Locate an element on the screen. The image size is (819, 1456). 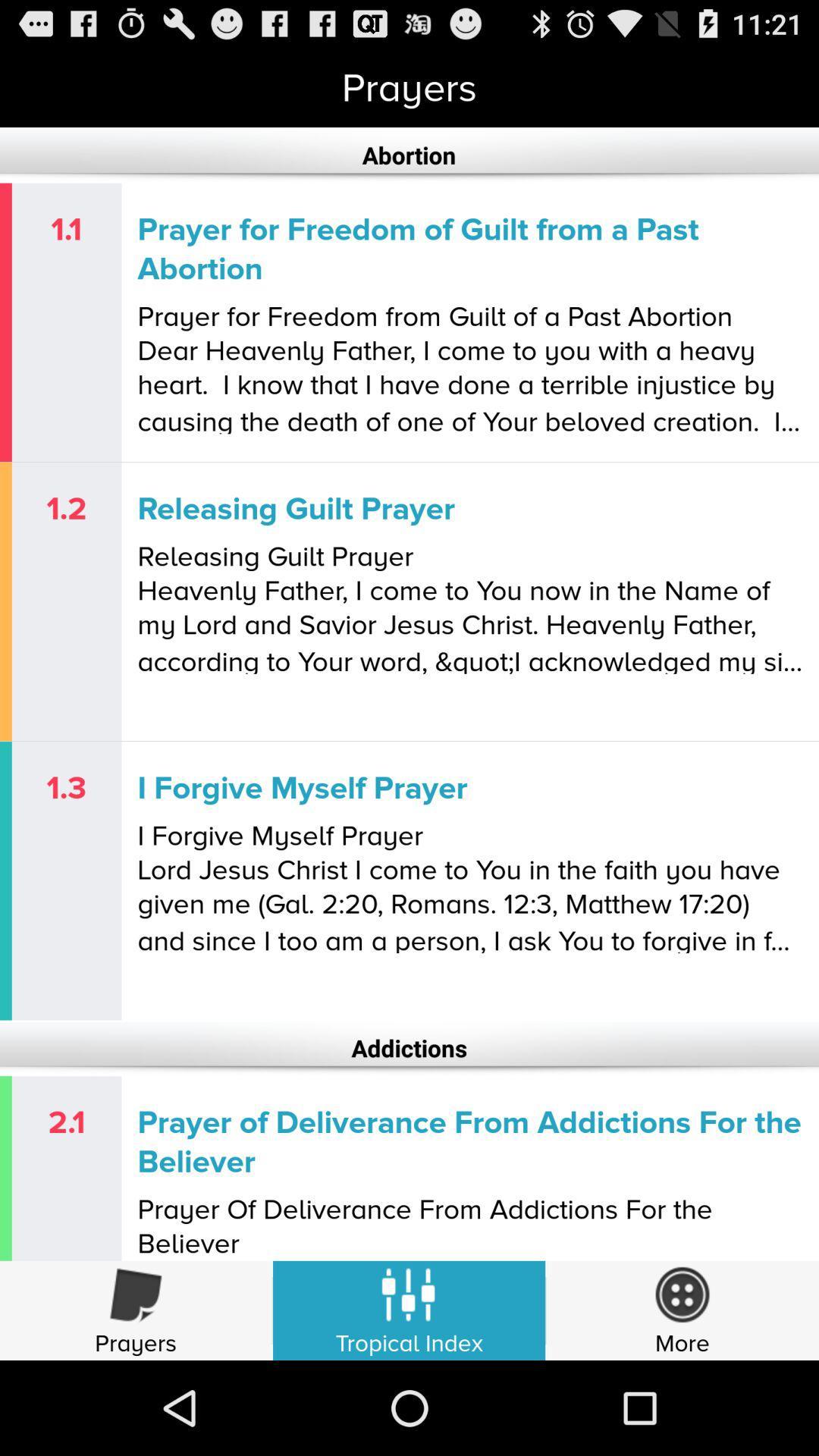
more is located at coordinates (681, 1310).